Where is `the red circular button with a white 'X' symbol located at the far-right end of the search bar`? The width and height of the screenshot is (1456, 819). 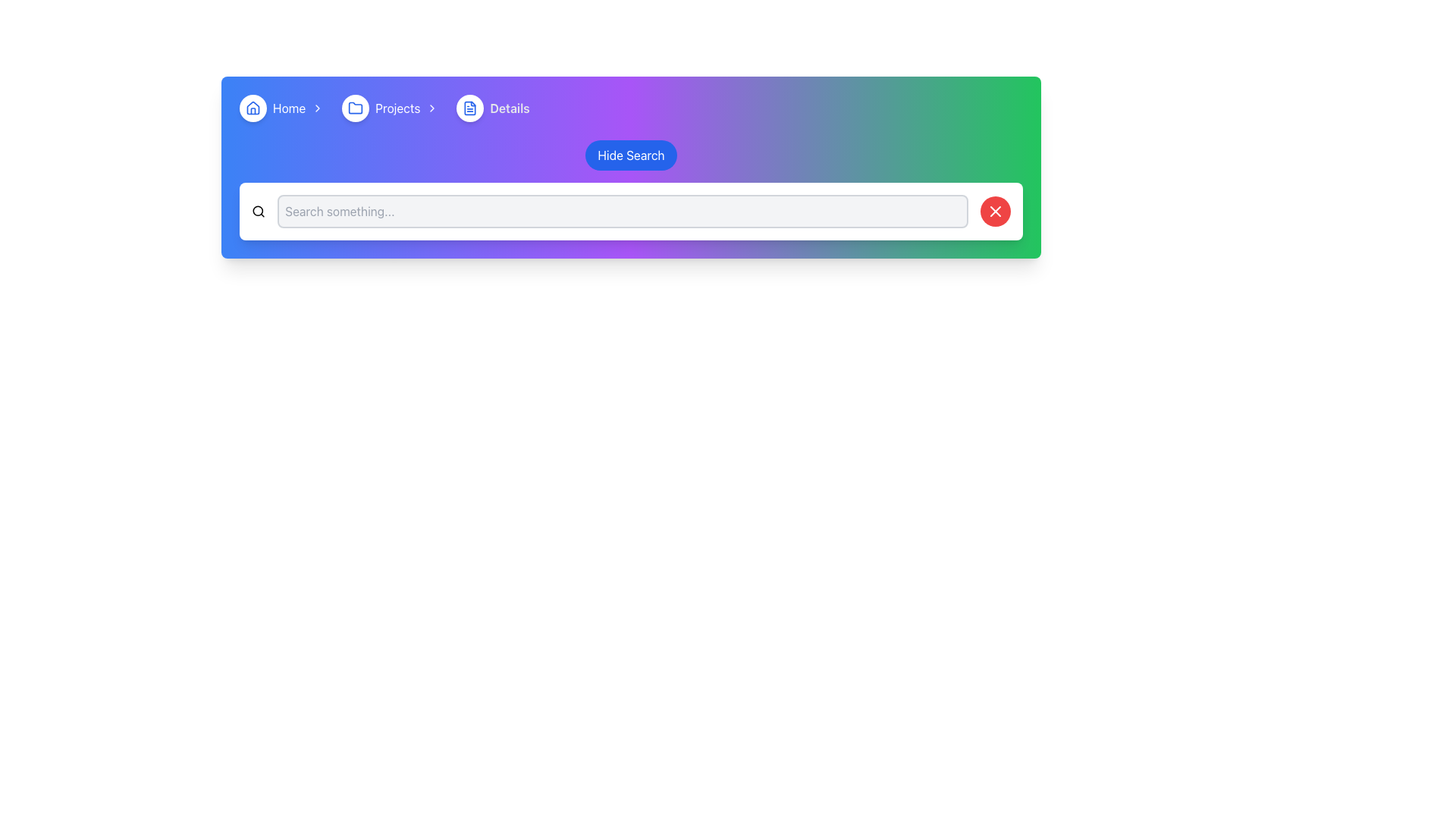
the red circular button with a white 'X' symbol located at the far-right end of the search bar is located at coordinates (996, 211).